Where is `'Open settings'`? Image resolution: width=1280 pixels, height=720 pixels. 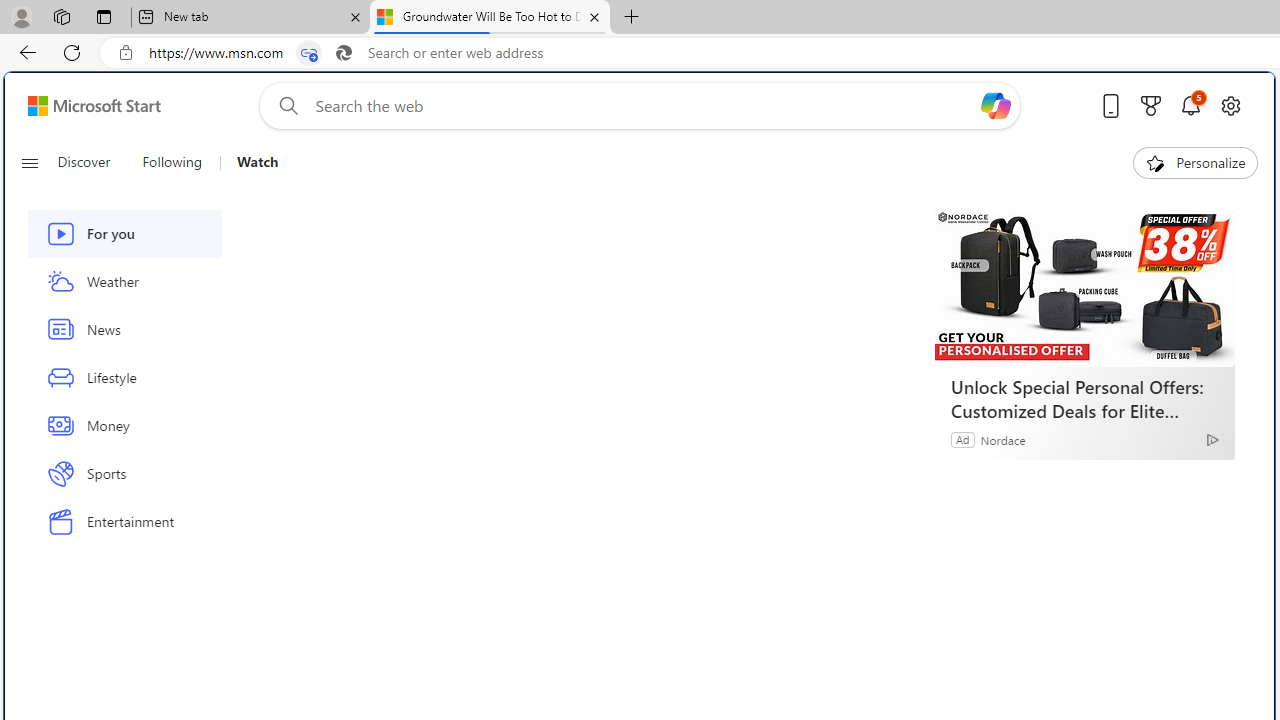 'Open settings' is located at coordinates (1229, 105).